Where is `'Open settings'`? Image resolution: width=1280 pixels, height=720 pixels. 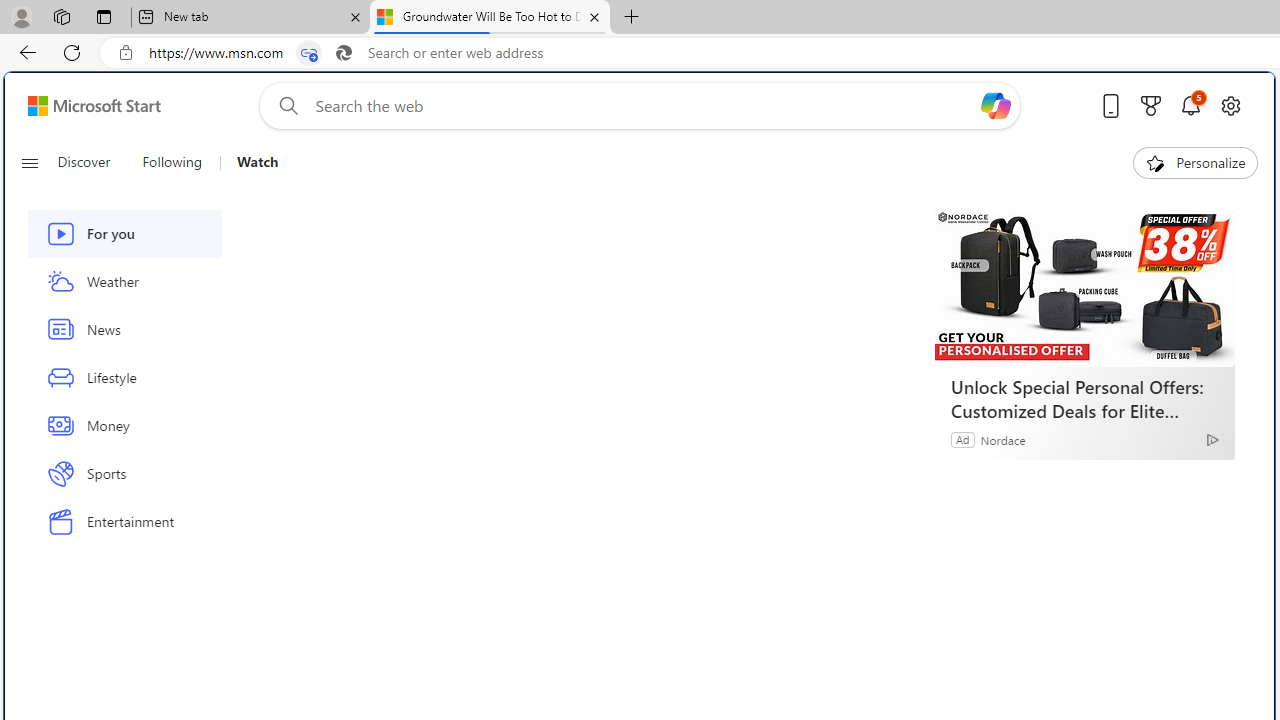 'Open settings' is located at coordinates (1229, 105).